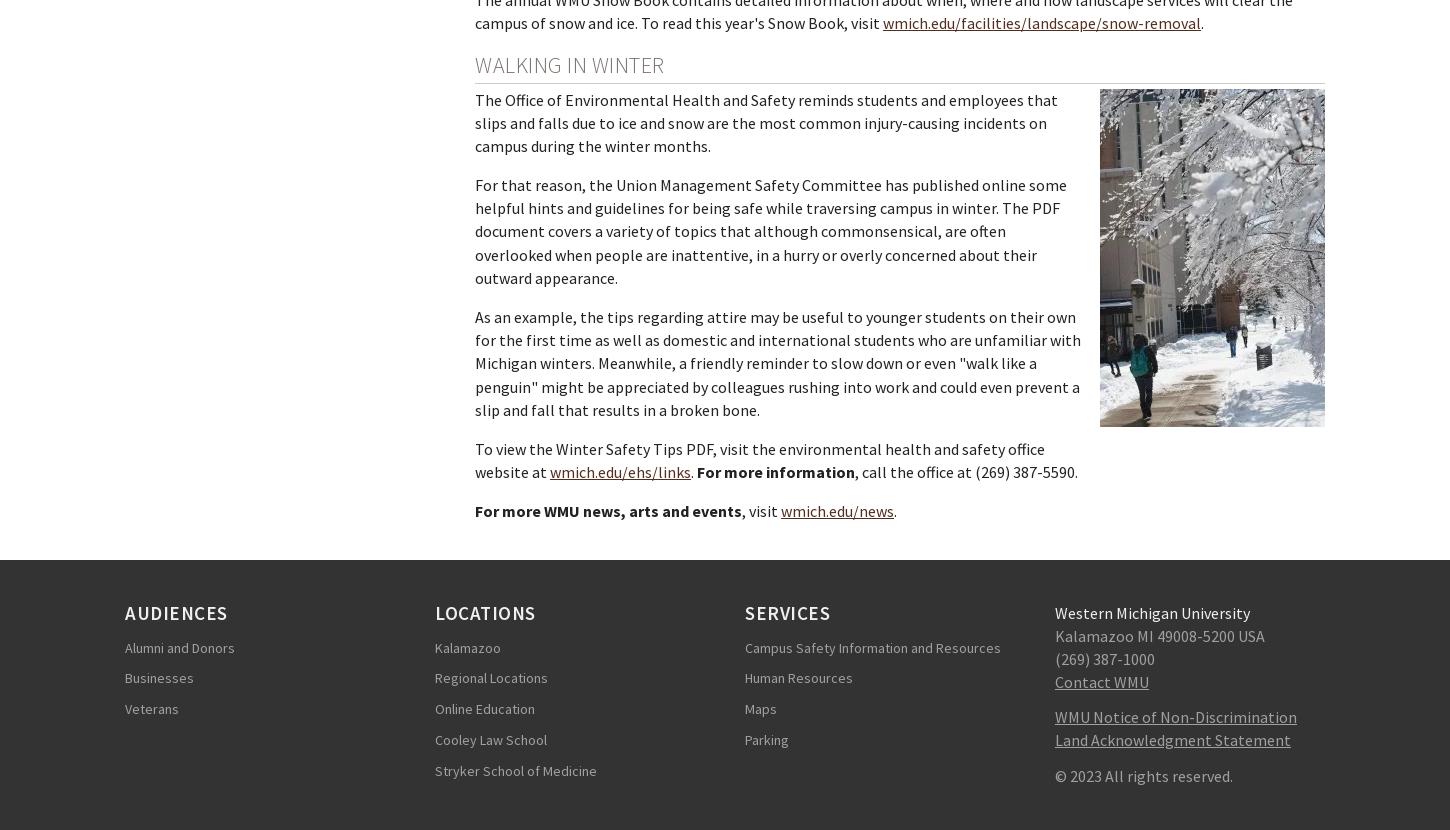  What do you see at coordinates (787, 611) in the screenshot?
I see `'Services'` at bounding box center [787, 611].